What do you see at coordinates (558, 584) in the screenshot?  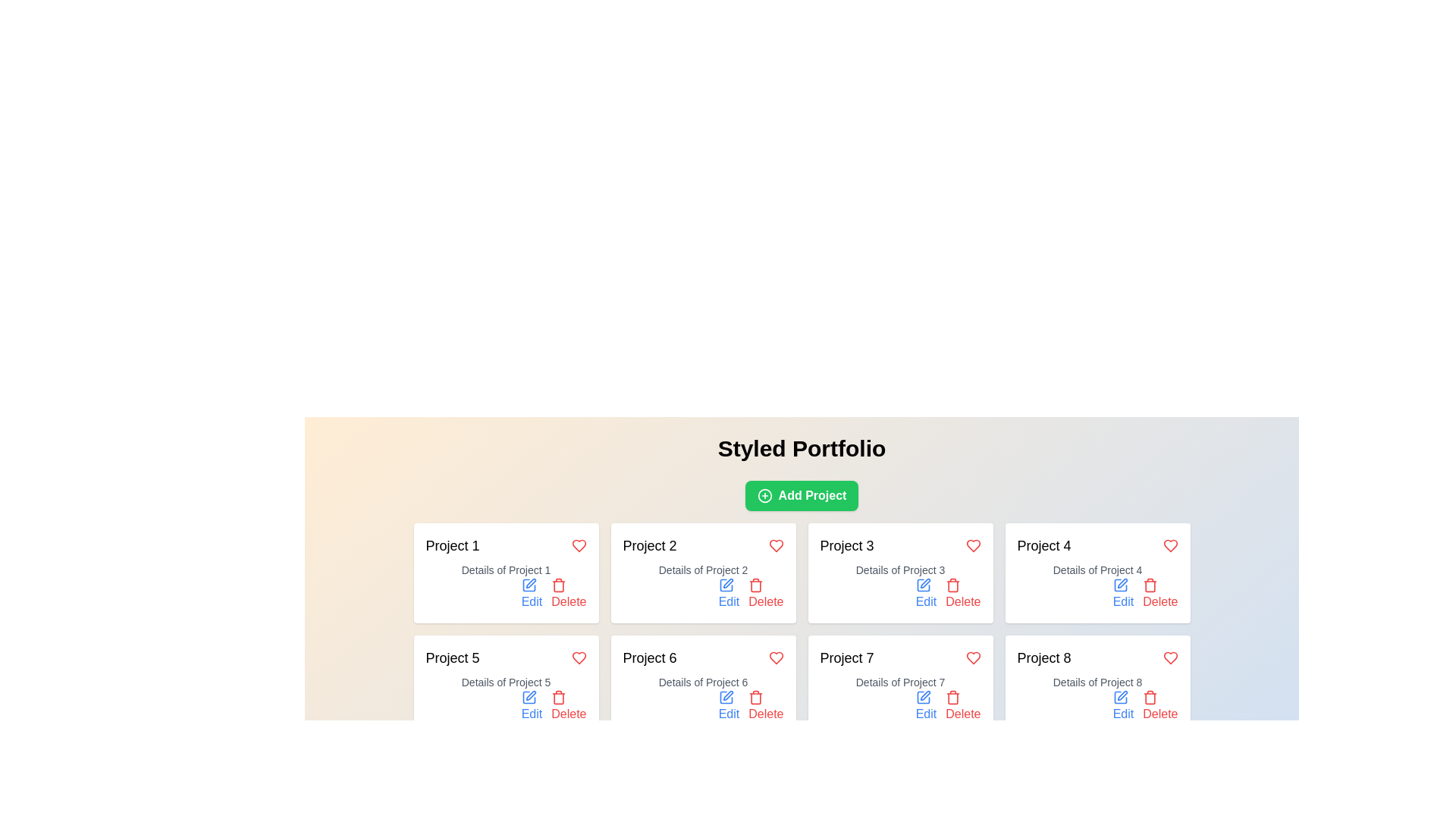 I see `the delete icon located in the lower section of the project card, which precedes the 'Delete' label, to initiate a delete action` at bounding box center [558, 584].